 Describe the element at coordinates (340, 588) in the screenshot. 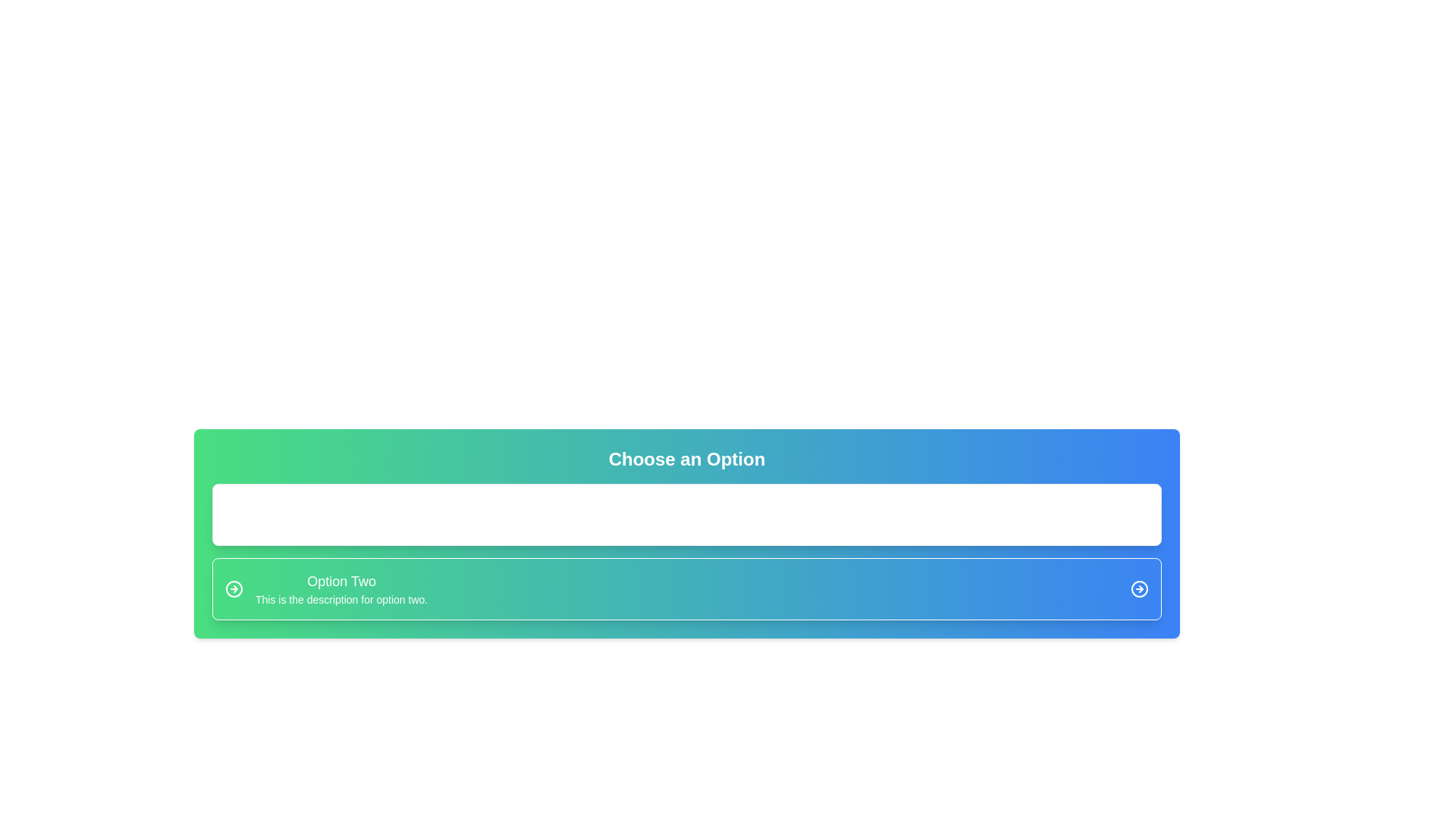

I see `the text block containing 'Option Two' and its description to select the text` at that location.